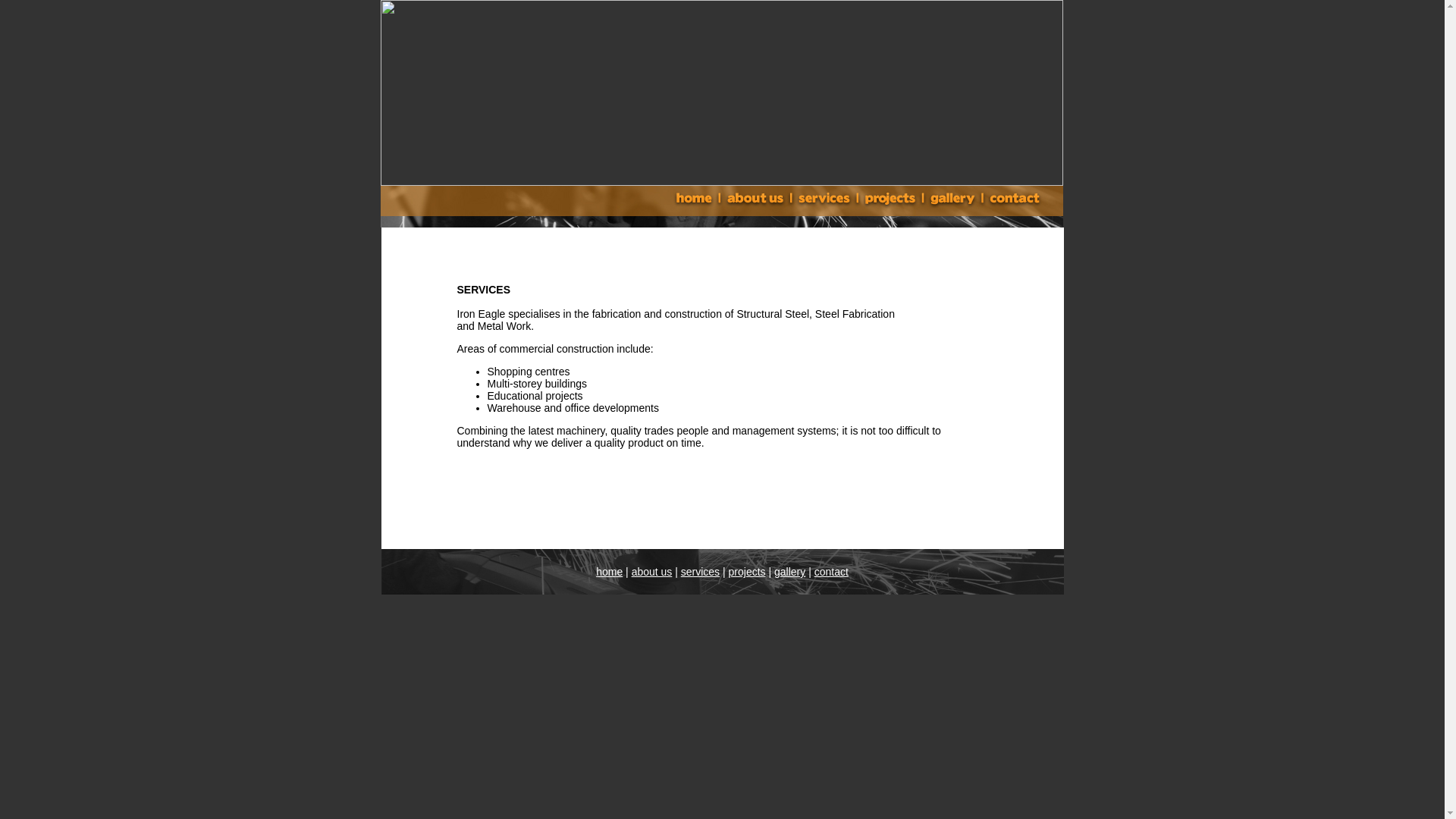  I want to click on 'home', so click(609, 571).